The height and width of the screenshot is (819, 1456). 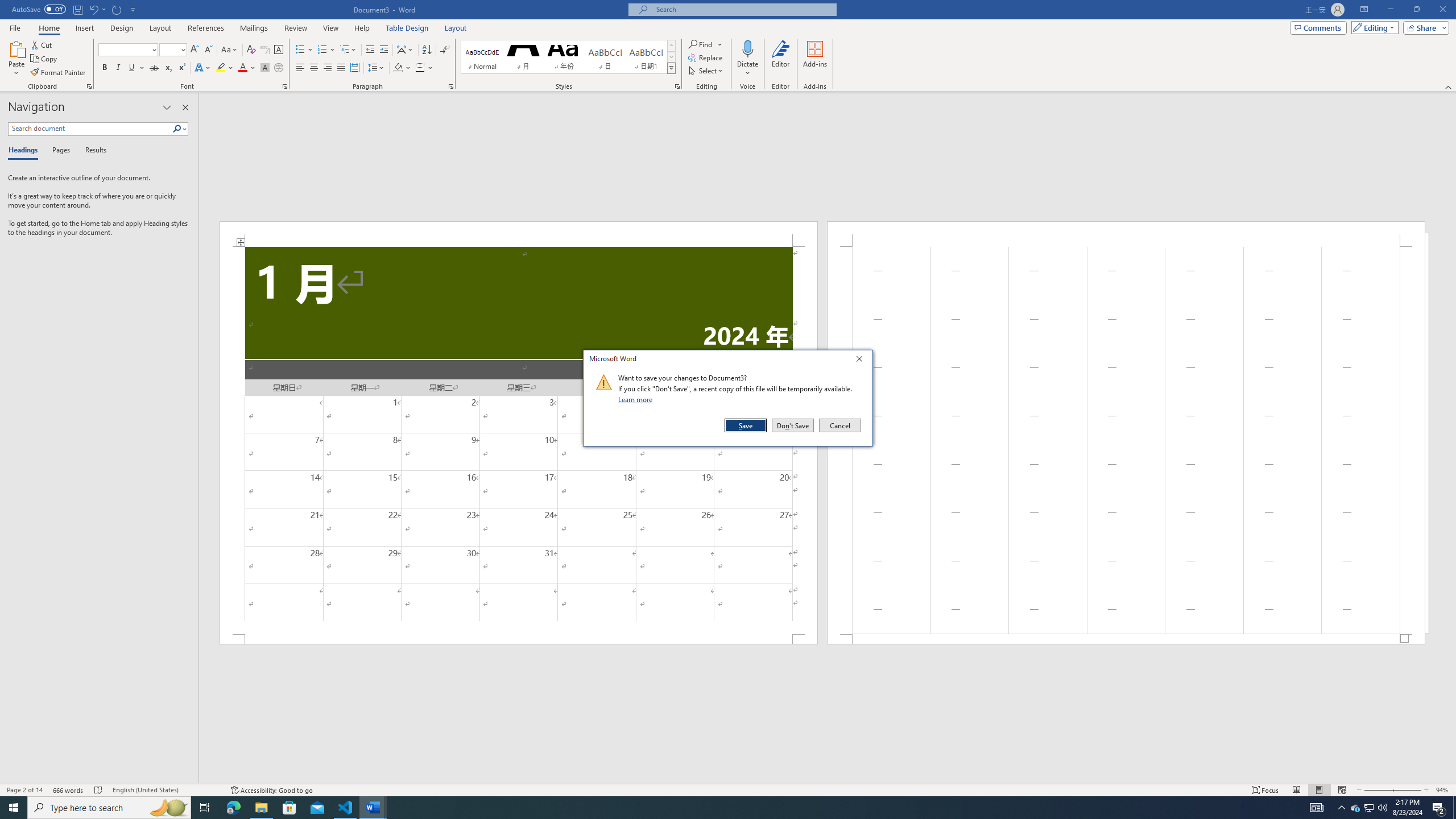 What do you see at coordinates (233, 806) in the screenshot?
I see `'Microsoft Edge'` at bounding box center [233, 806].